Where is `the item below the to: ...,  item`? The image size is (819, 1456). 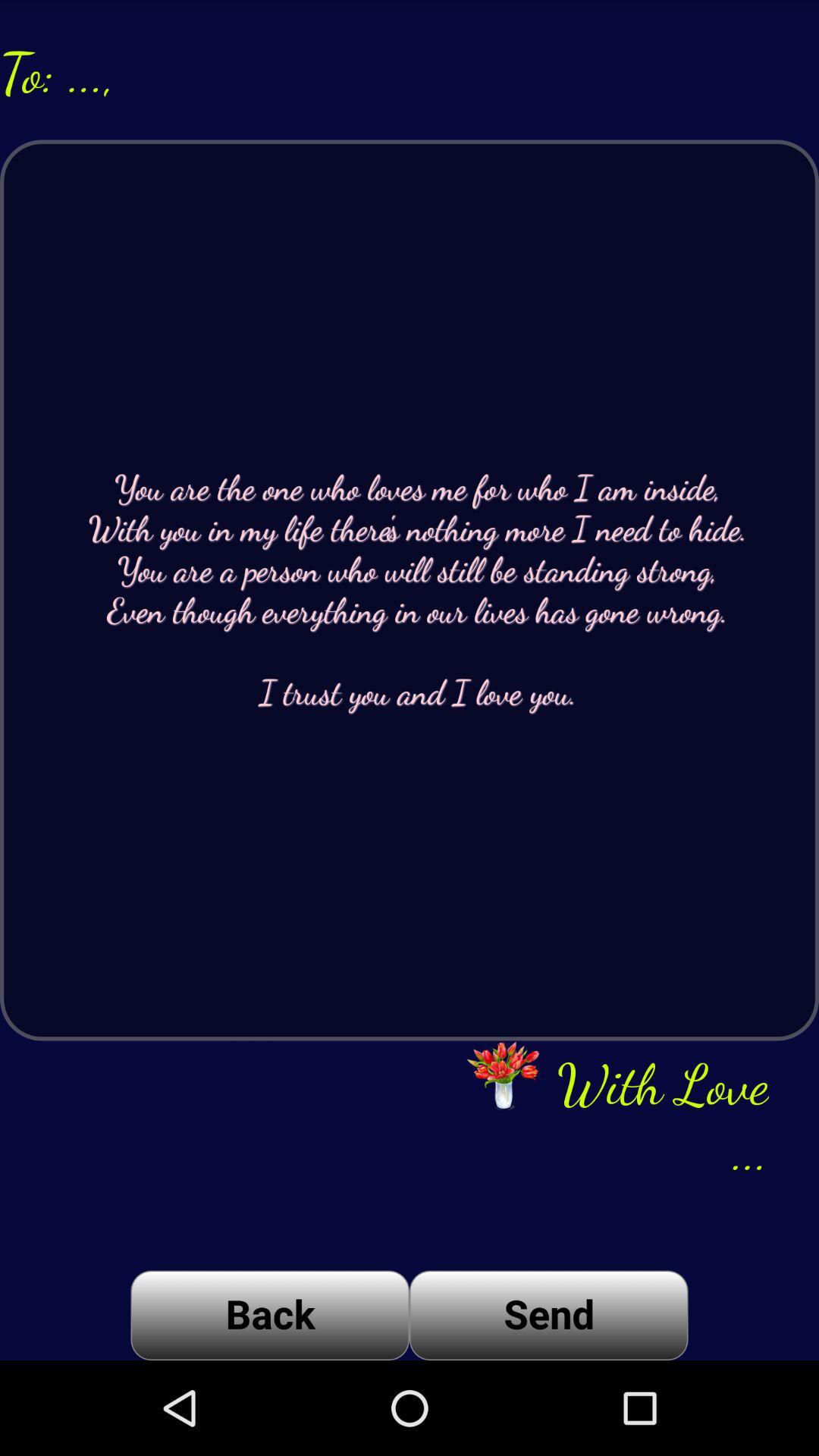 the item below the to: ...,  item is located at coordinates (409, 589).